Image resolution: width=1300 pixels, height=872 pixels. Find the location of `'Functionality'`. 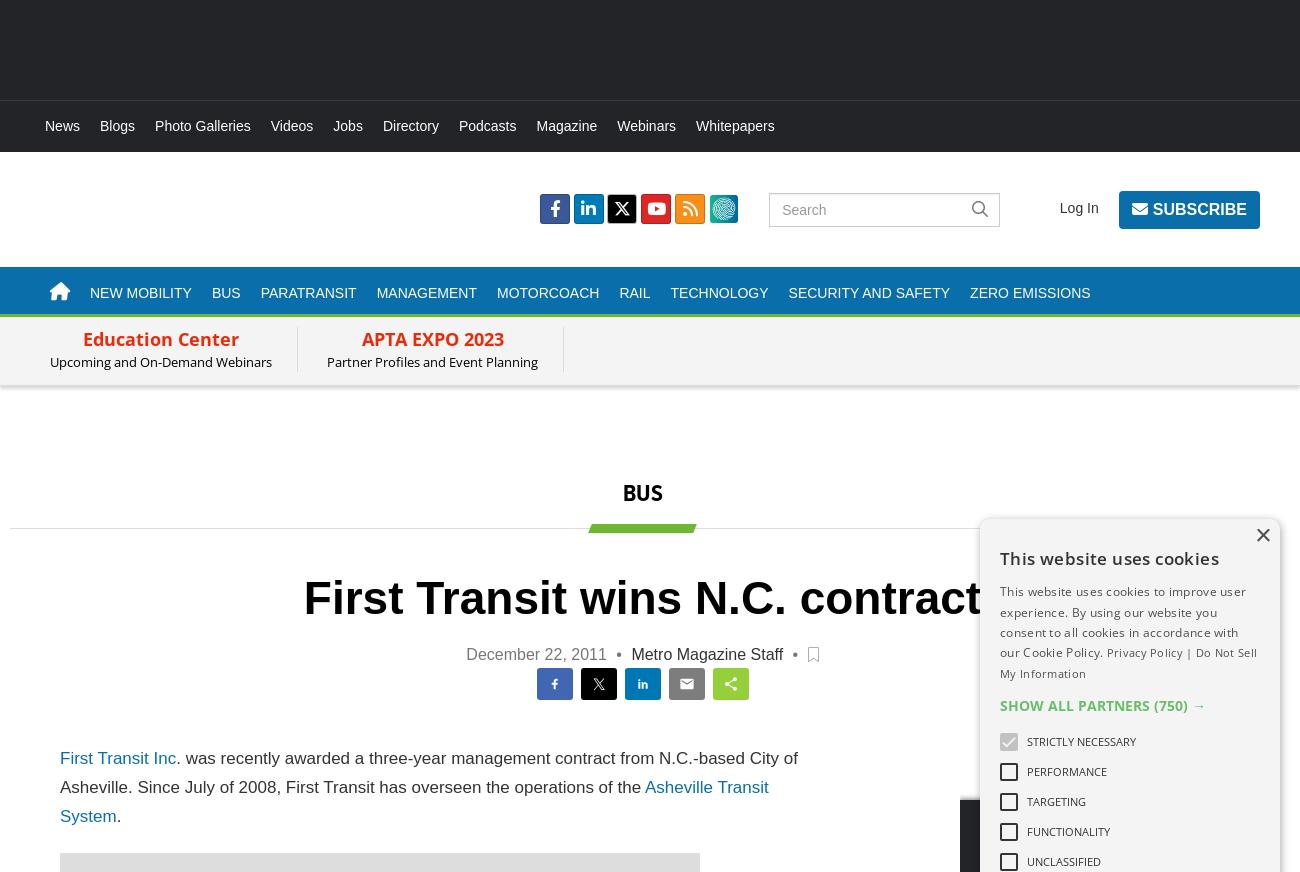

'Functionality' is located at coordinates (1068, 830).